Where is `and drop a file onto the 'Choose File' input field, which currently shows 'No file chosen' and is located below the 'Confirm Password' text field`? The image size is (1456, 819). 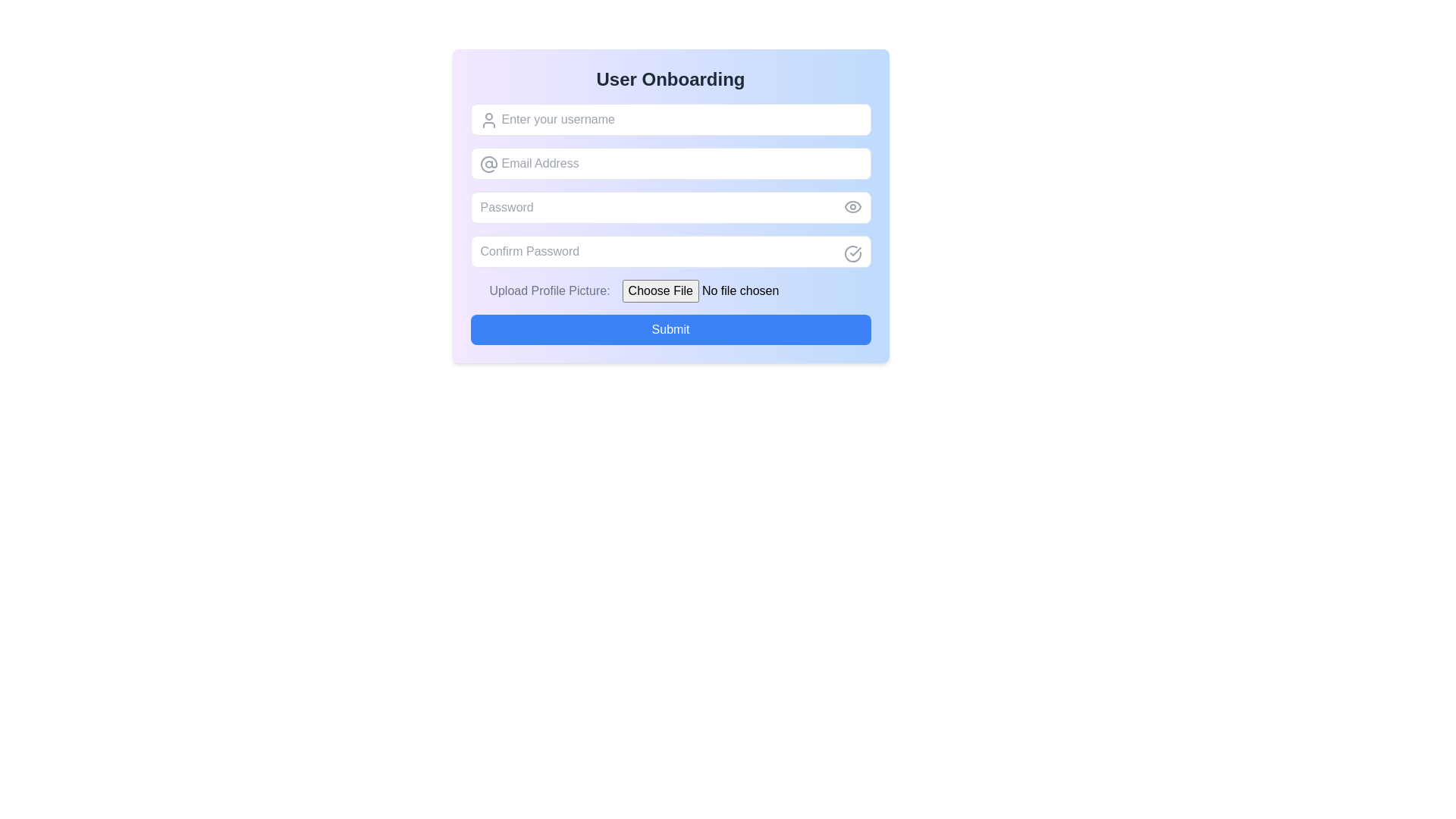 and drop a file onto the 'Choose File' input field, which currently shows 'No file chosen' and is located below the 'Confirm Password' text field is located at coordinates (737, 291).